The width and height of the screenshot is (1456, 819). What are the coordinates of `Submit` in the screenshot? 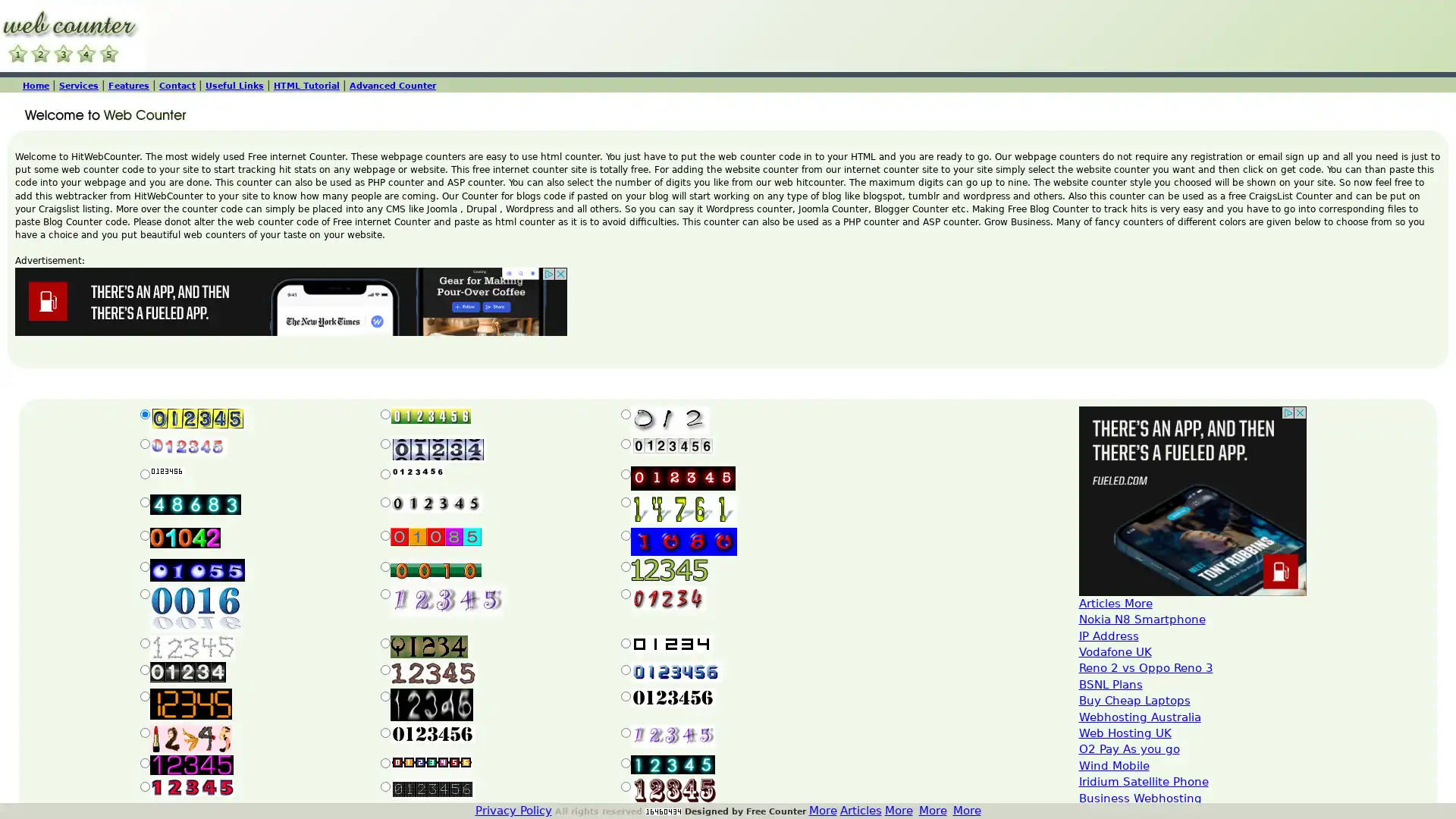 It's located at (435, 535).